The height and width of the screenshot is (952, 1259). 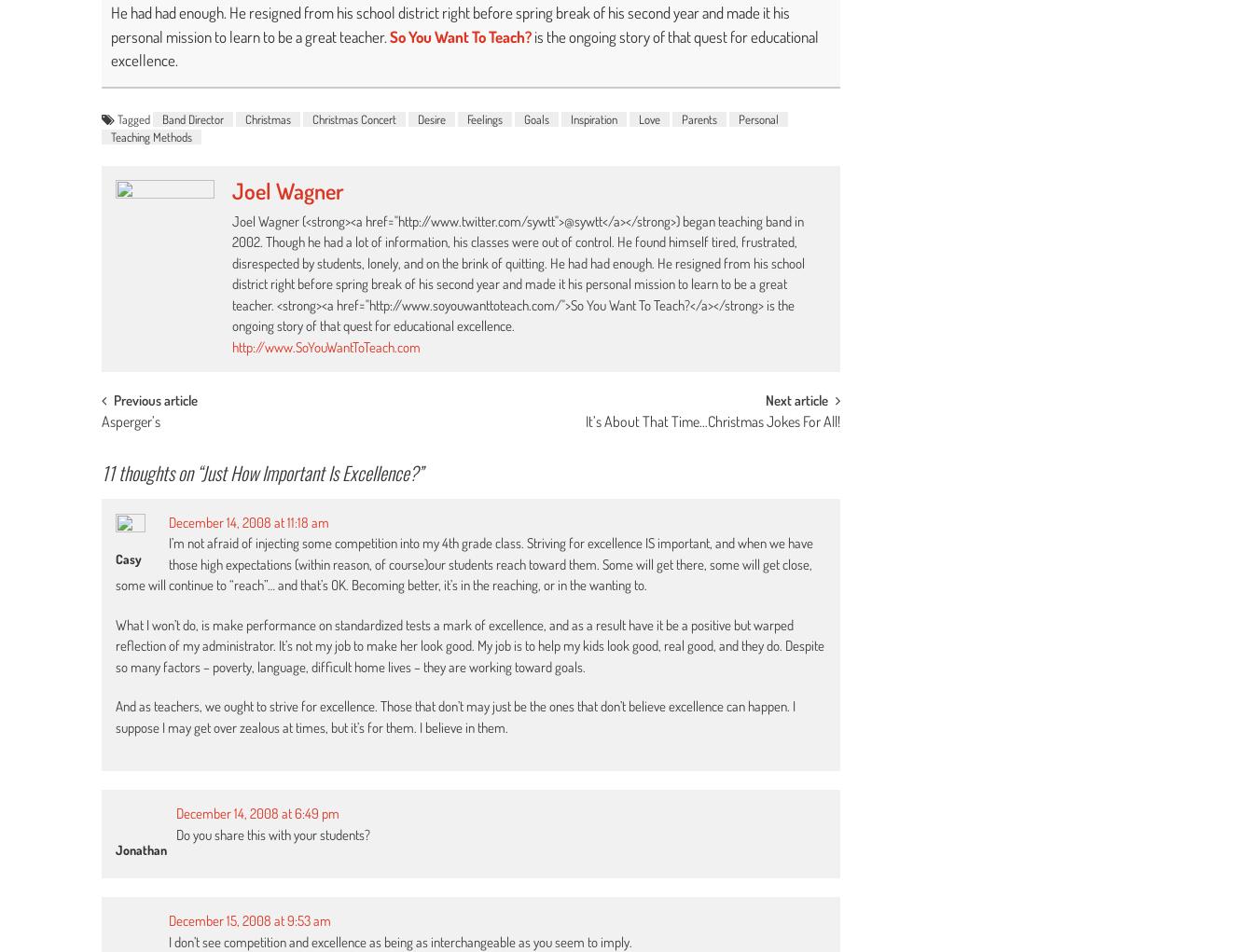 What do you see at coordinates (248, 520) in the screenshot?
I see `'December 14, 2008 at 11:18 am'` at bounding box center [248, 520].